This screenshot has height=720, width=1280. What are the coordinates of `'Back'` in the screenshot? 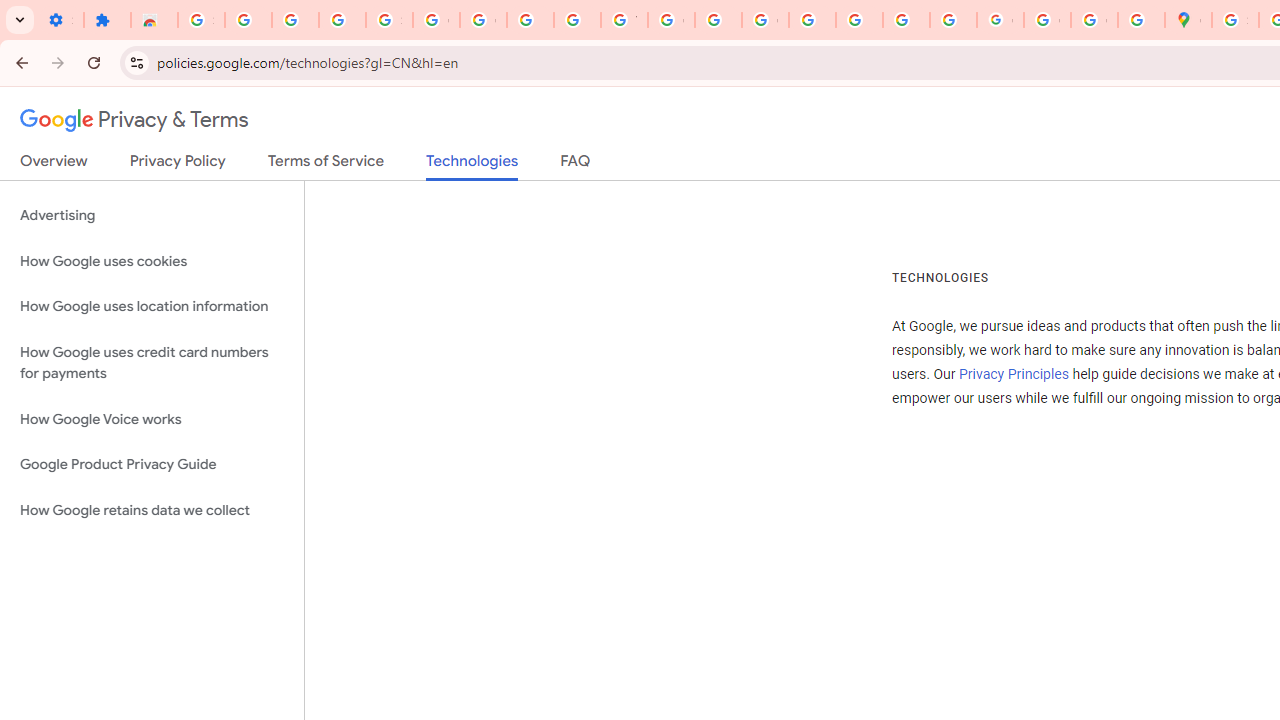 It's located at (19, 61).